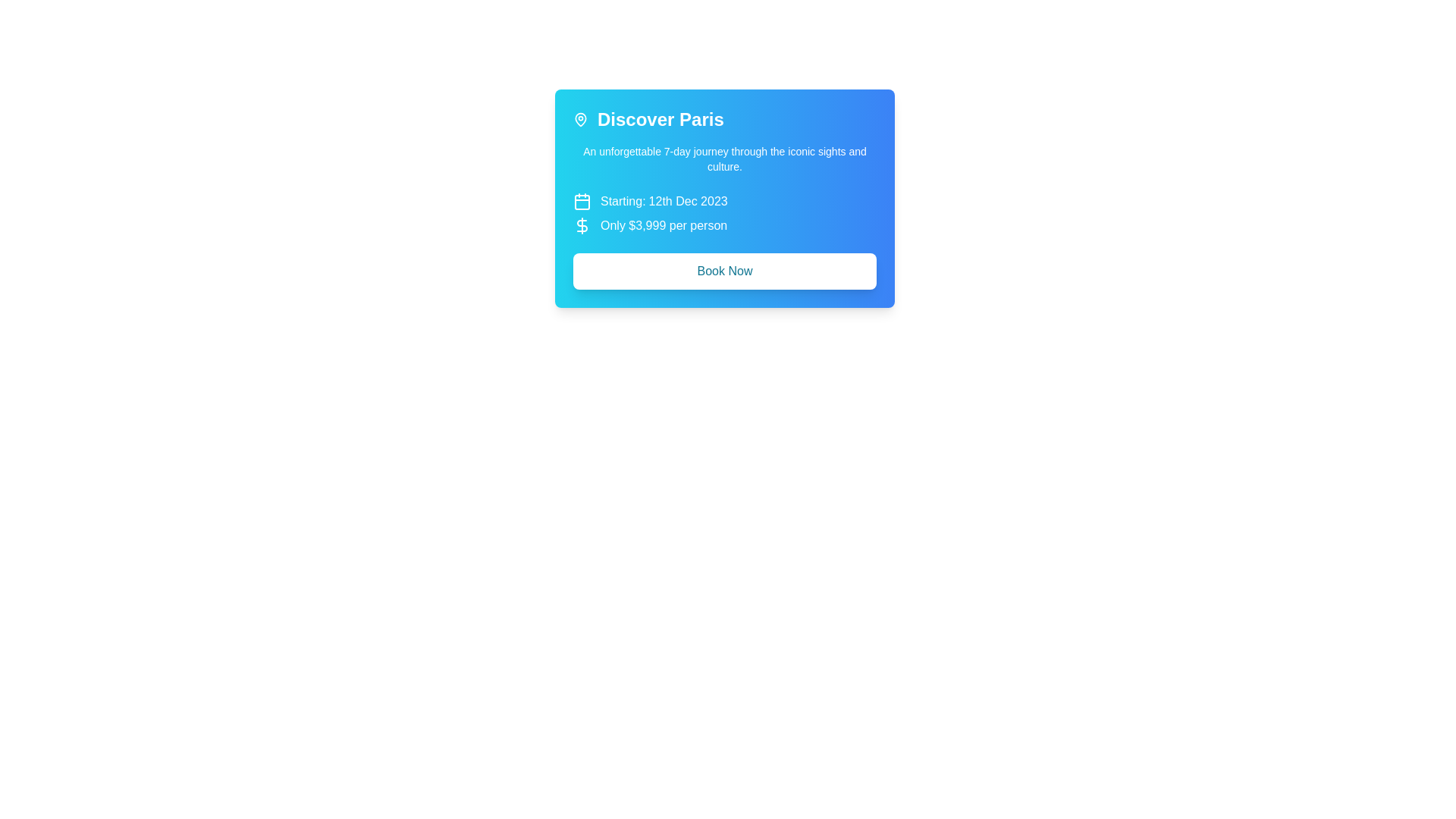  What do you see at coordinates (582, 201) in the screenshot?
I see `the calendar icon that indicates the starting date for the text 'Starting: 12th Dec 2023', located in a card-like section for a tour` at bounding box center [582, 201].